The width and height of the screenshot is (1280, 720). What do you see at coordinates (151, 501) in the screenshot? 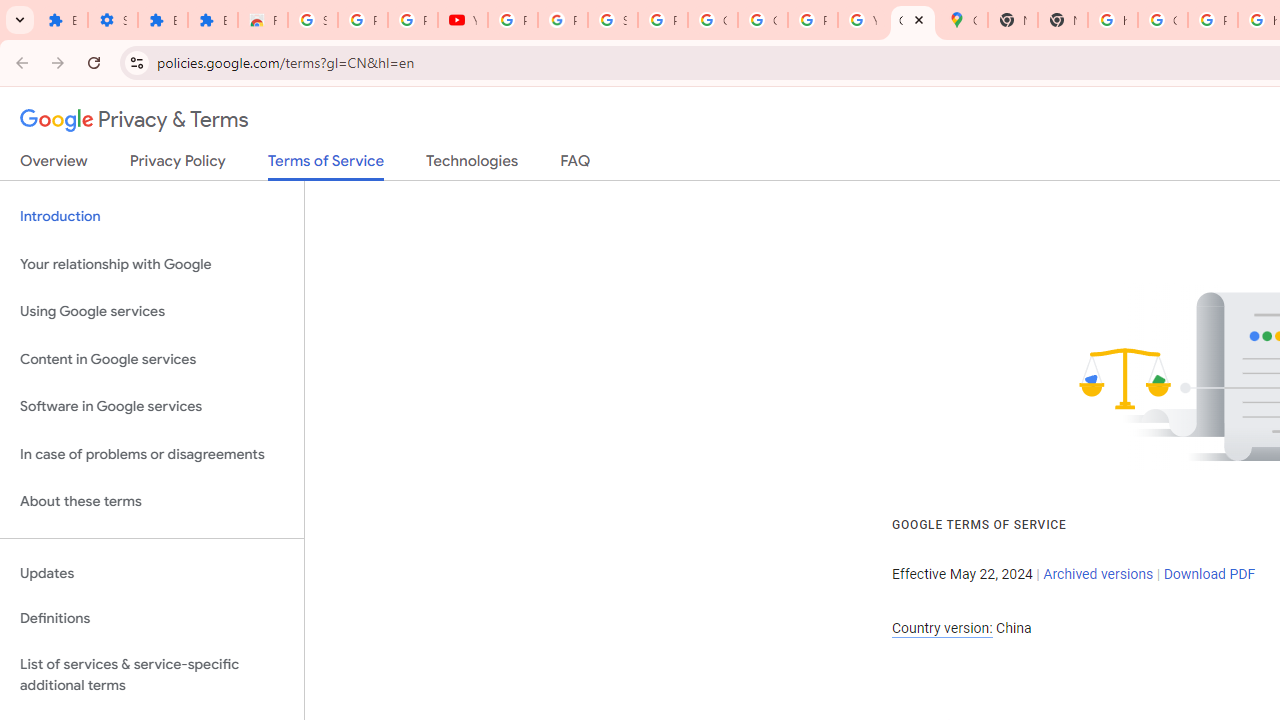
I see `'About these terms'` at bounding box center [151, 501].